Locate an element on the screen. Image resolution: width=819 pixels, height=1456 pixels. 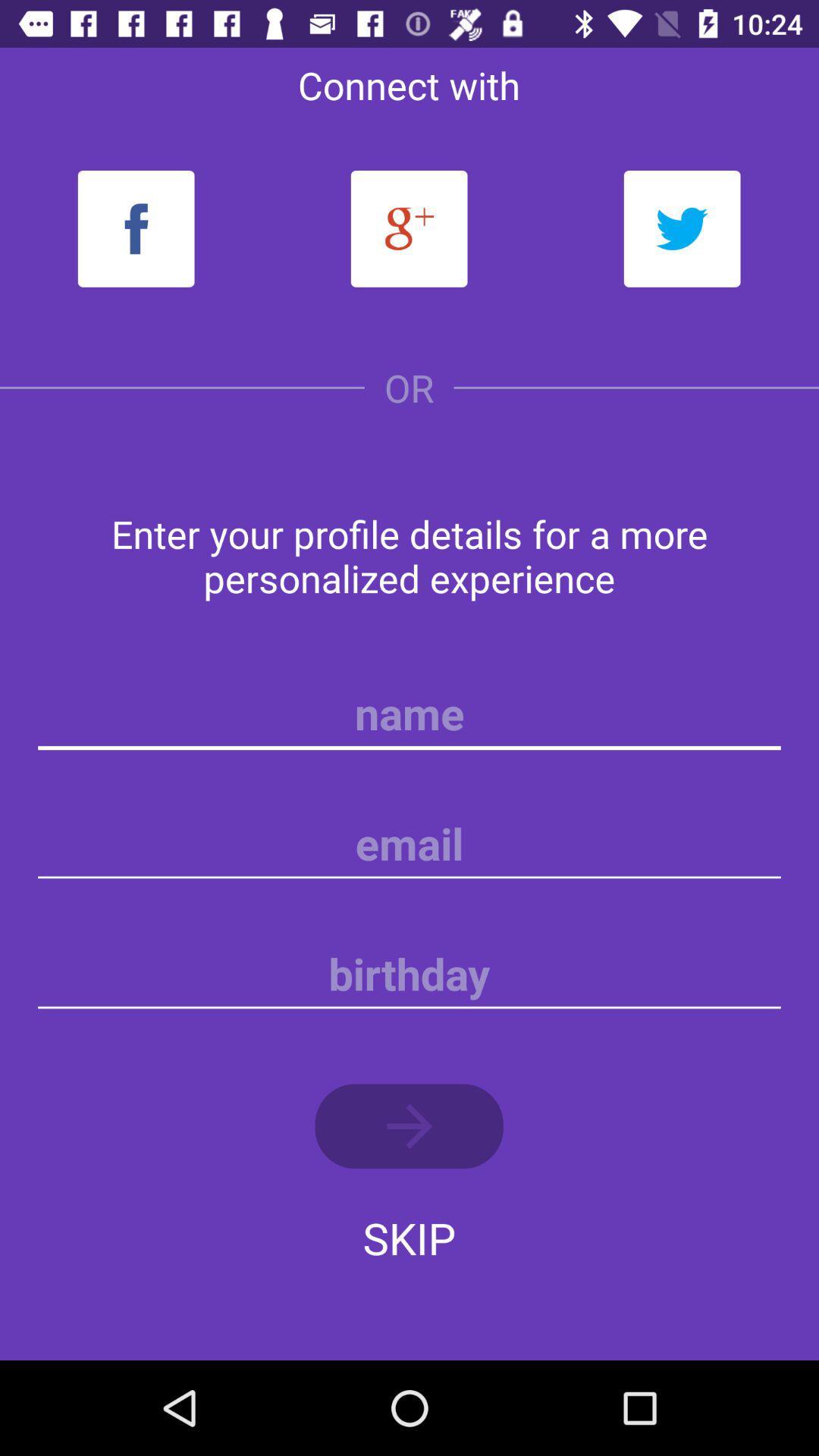
birthday is located at coordinates (409, 974).